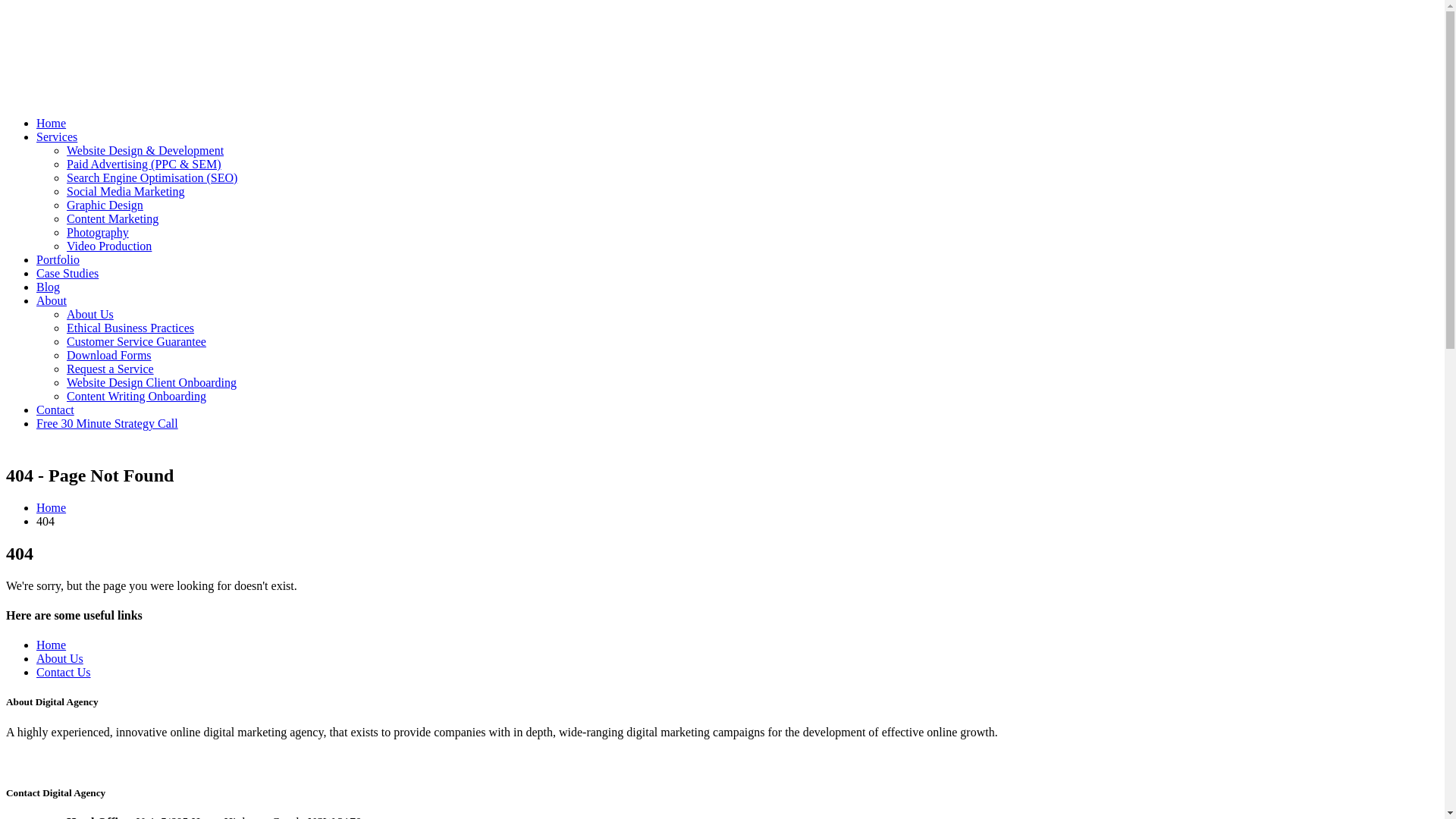 The width and height of the screenshot is (1456, 819). I want to click on 'Contact Us', so click(62, 671).